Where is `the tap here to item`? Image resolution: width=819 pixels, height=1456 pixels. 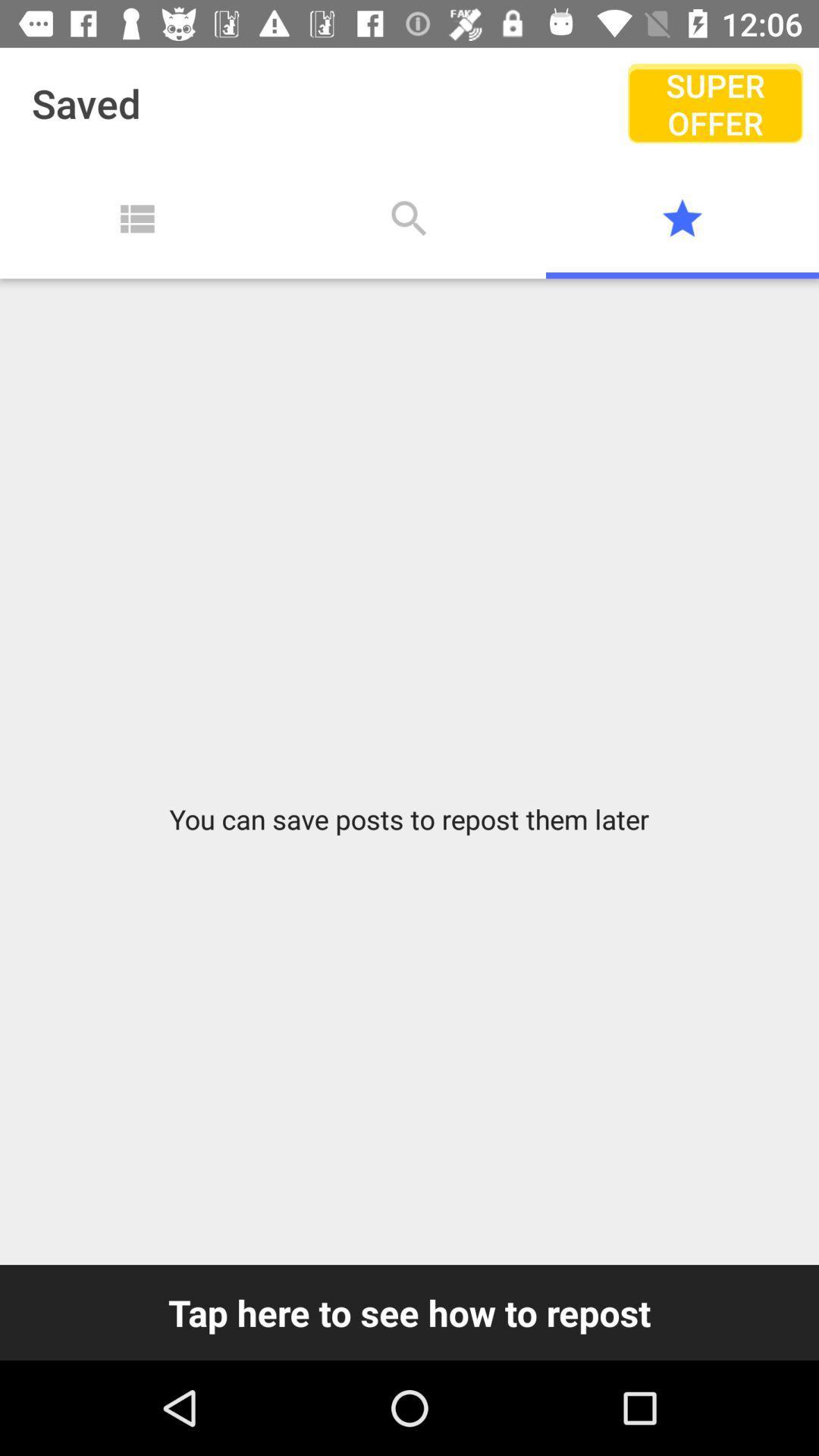 the tap here to item is located at coordinates (409, 1312).